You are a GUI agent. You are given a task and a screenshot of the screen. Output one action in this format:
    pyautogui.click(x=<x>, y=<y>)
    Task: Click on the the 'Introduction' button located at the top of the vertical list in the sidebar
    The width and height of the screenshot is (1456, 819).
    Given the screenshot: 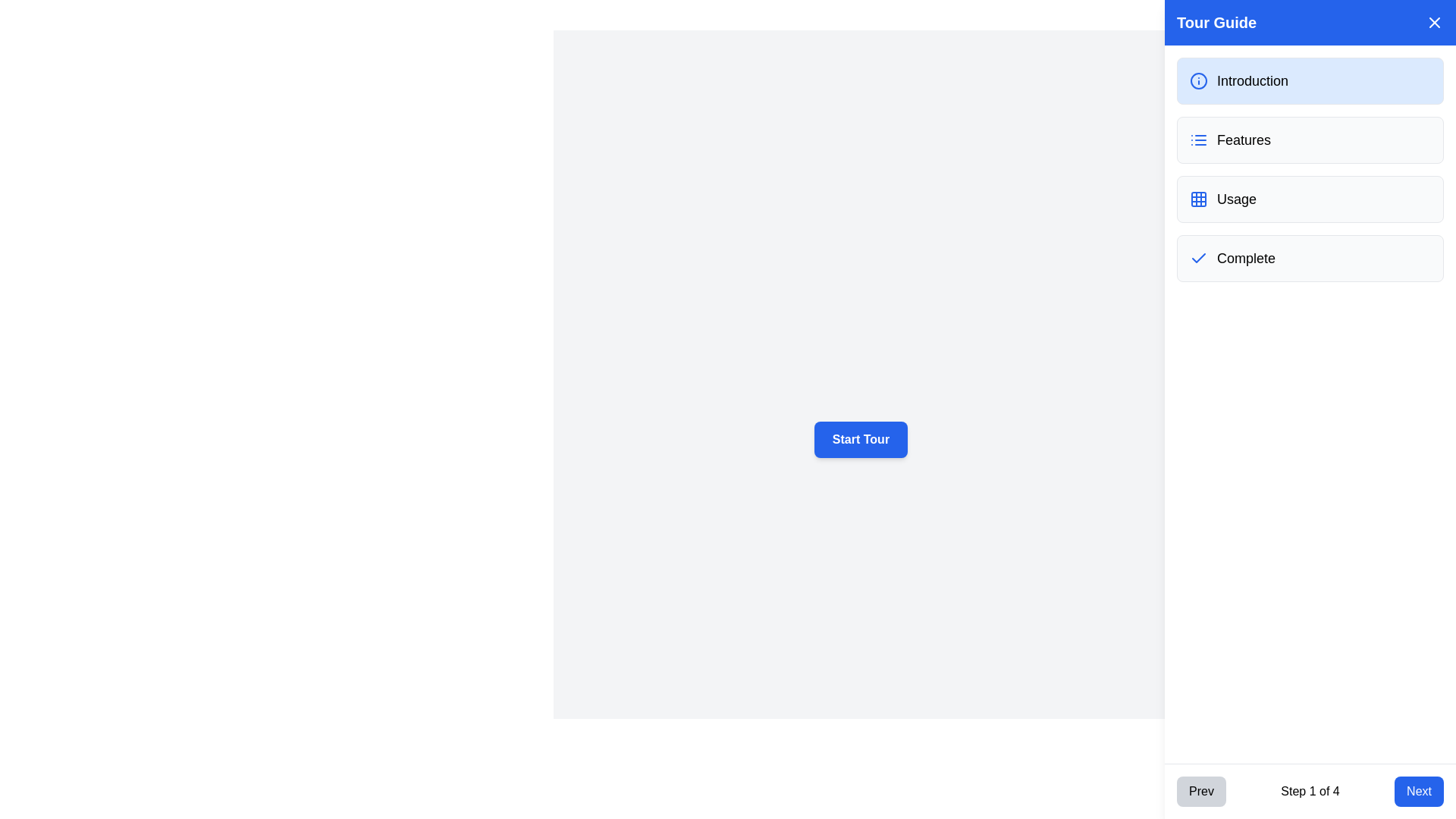 What is the action you would take?
    pyautogui.click(x=1310, y=81)
    